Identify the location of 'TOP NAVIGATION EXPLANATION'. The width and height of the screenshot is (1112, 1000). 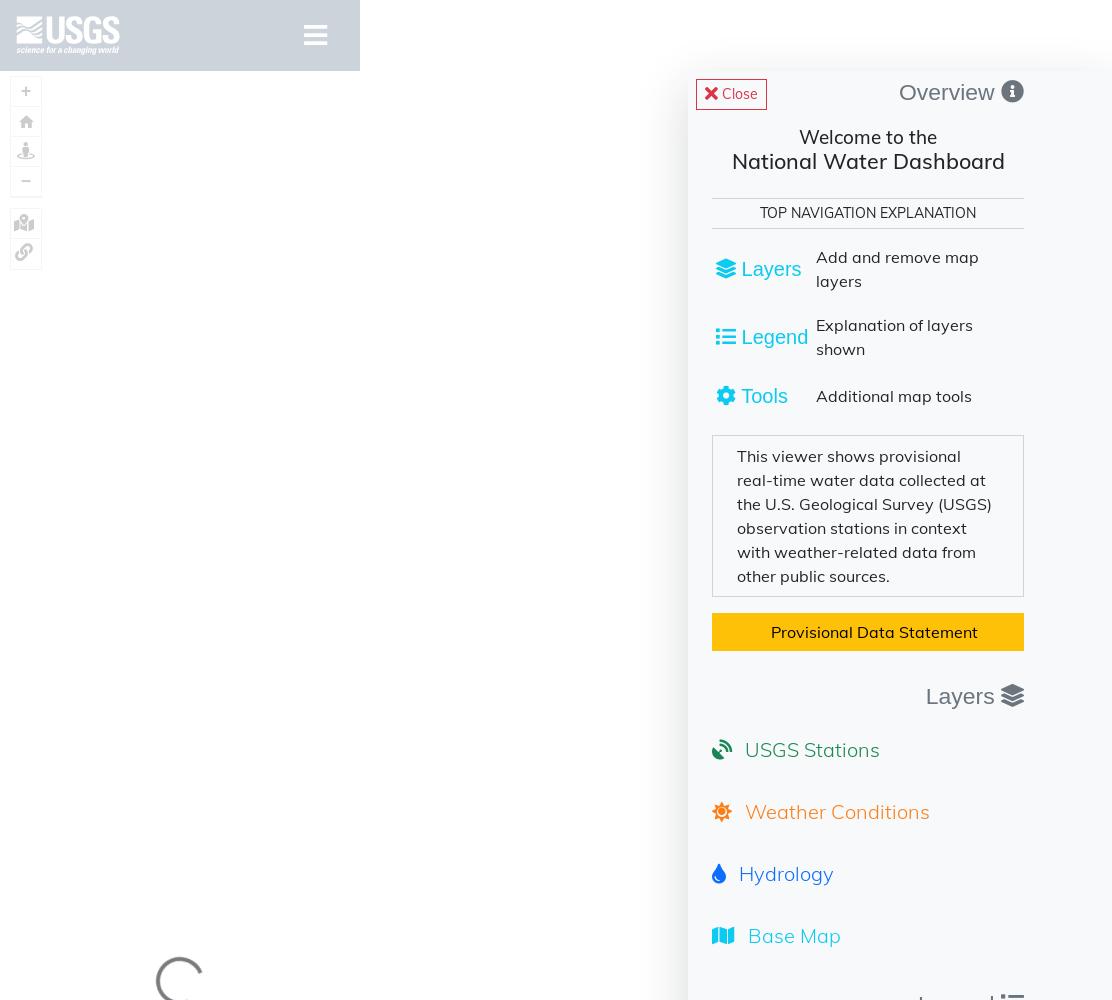
(868, 212).